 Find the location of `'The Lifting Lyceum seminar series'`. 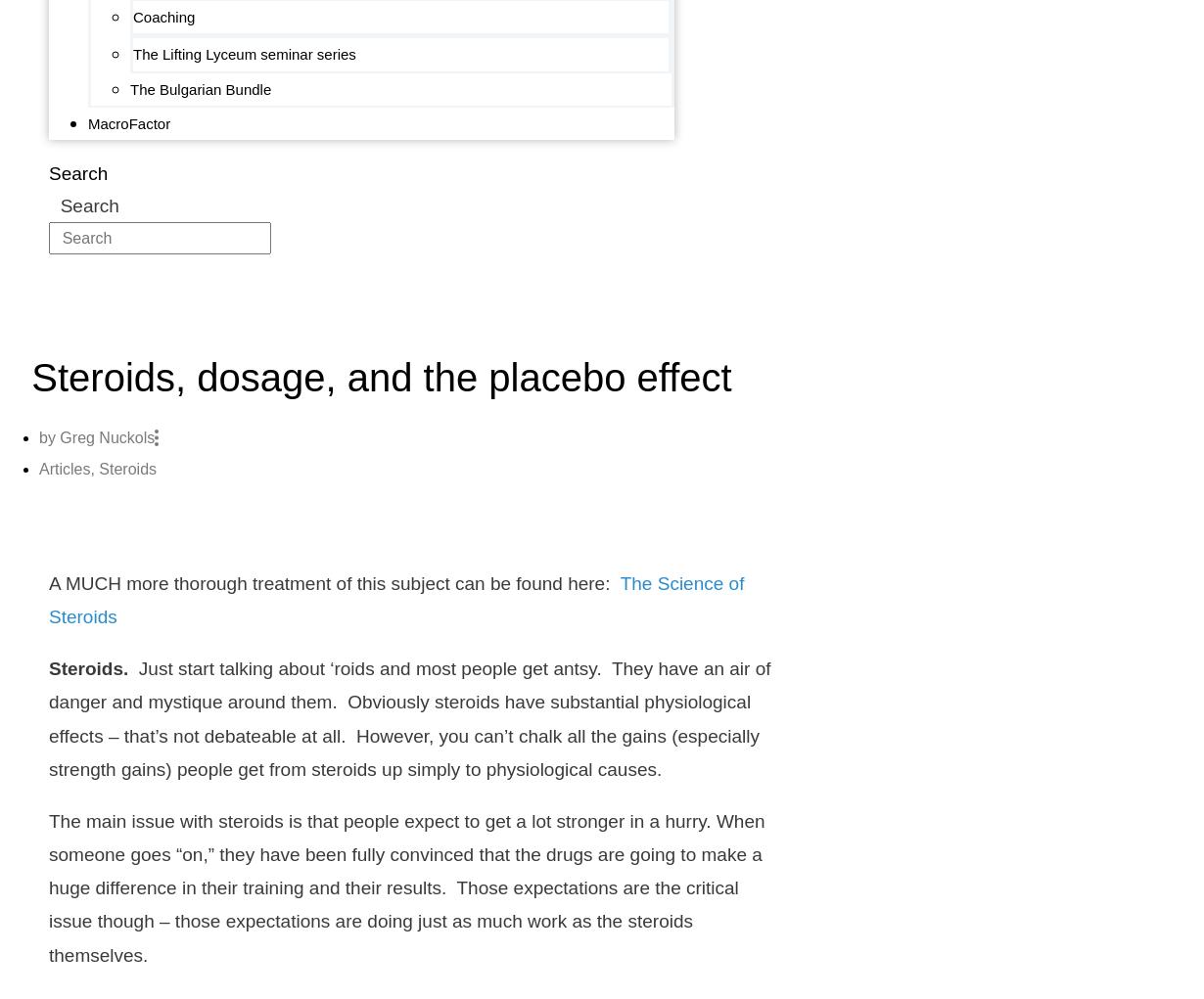

'The Lifting Lyceum seminar series' is located at coordinates (244, 54).